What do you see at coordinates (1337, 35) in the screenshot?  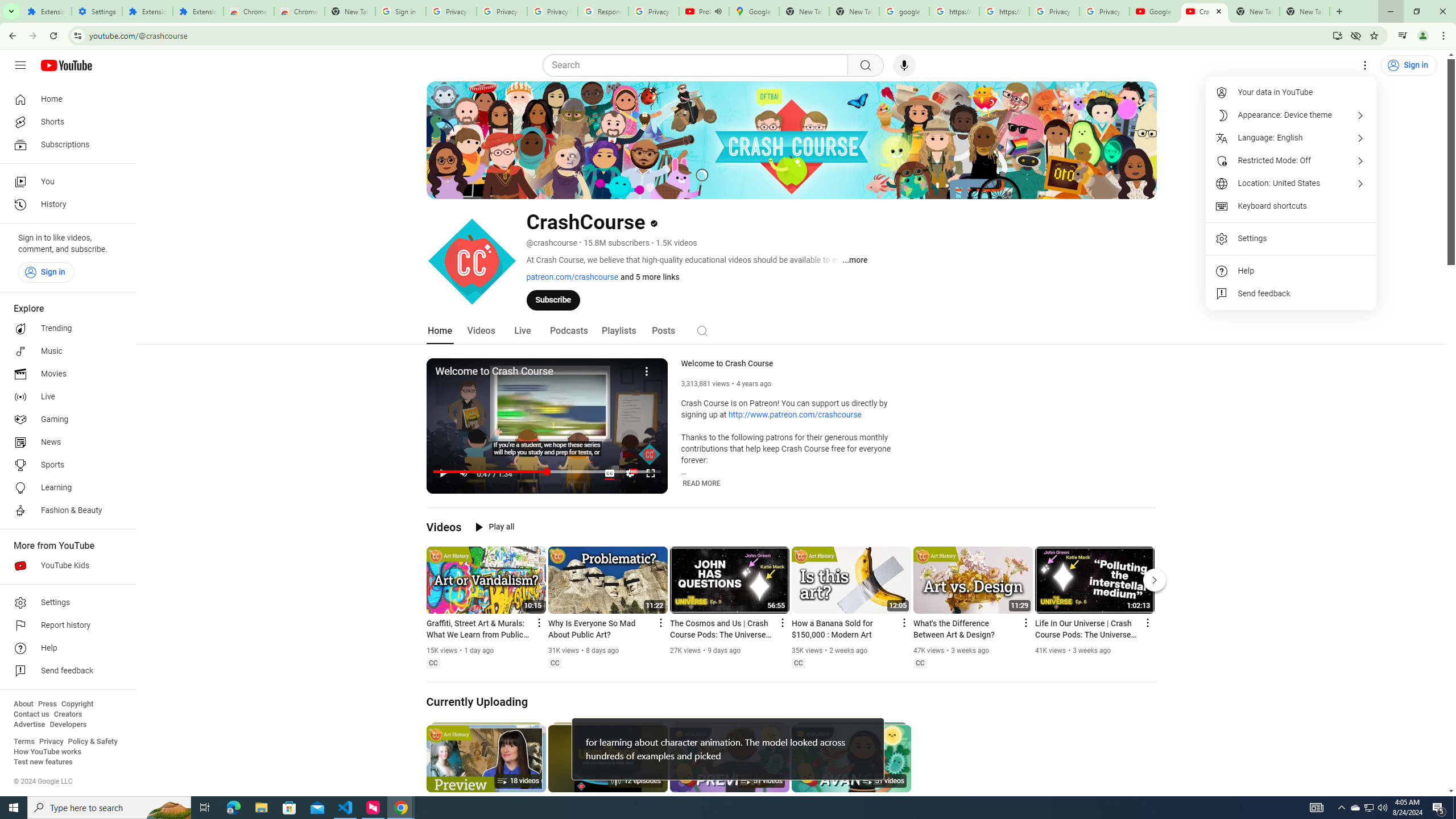 I see `'Install YouTube'` at bounding box center [1337, 35].